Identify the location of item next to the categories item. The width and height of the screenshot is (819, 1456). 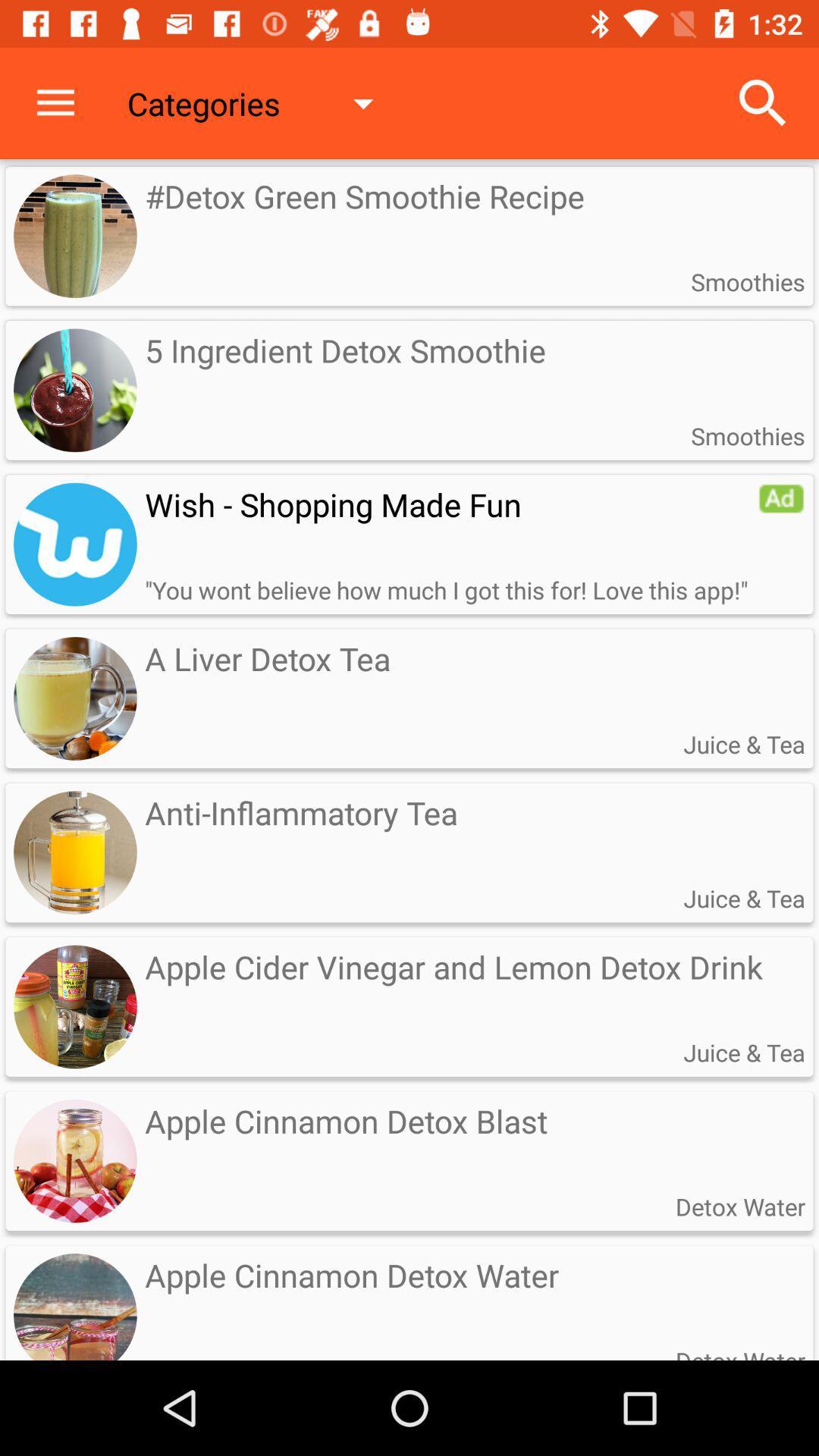
(763, 102).